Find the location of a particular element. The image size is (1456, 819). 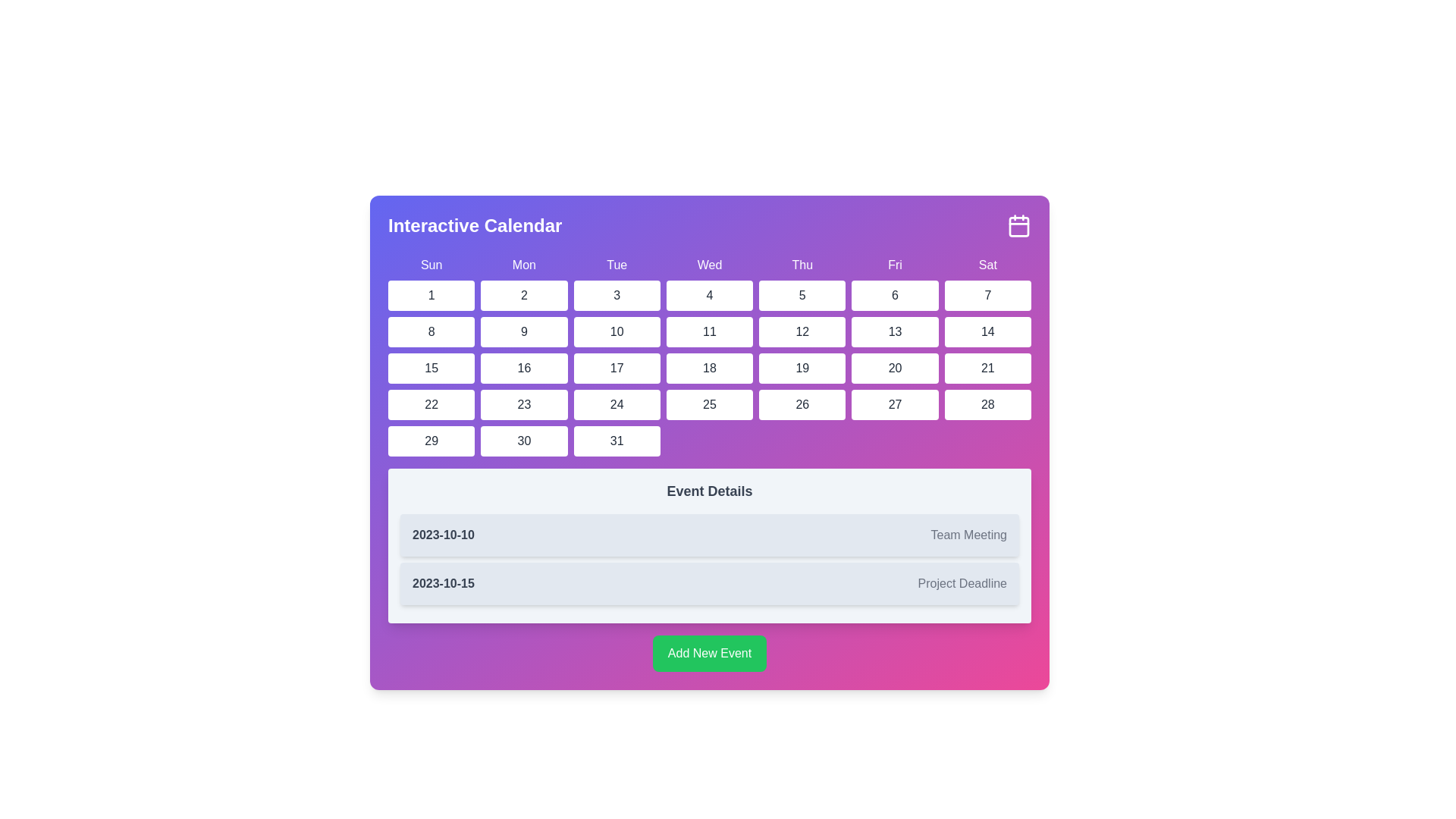

the selectable date button '2' is located at coordinates (524, 295).